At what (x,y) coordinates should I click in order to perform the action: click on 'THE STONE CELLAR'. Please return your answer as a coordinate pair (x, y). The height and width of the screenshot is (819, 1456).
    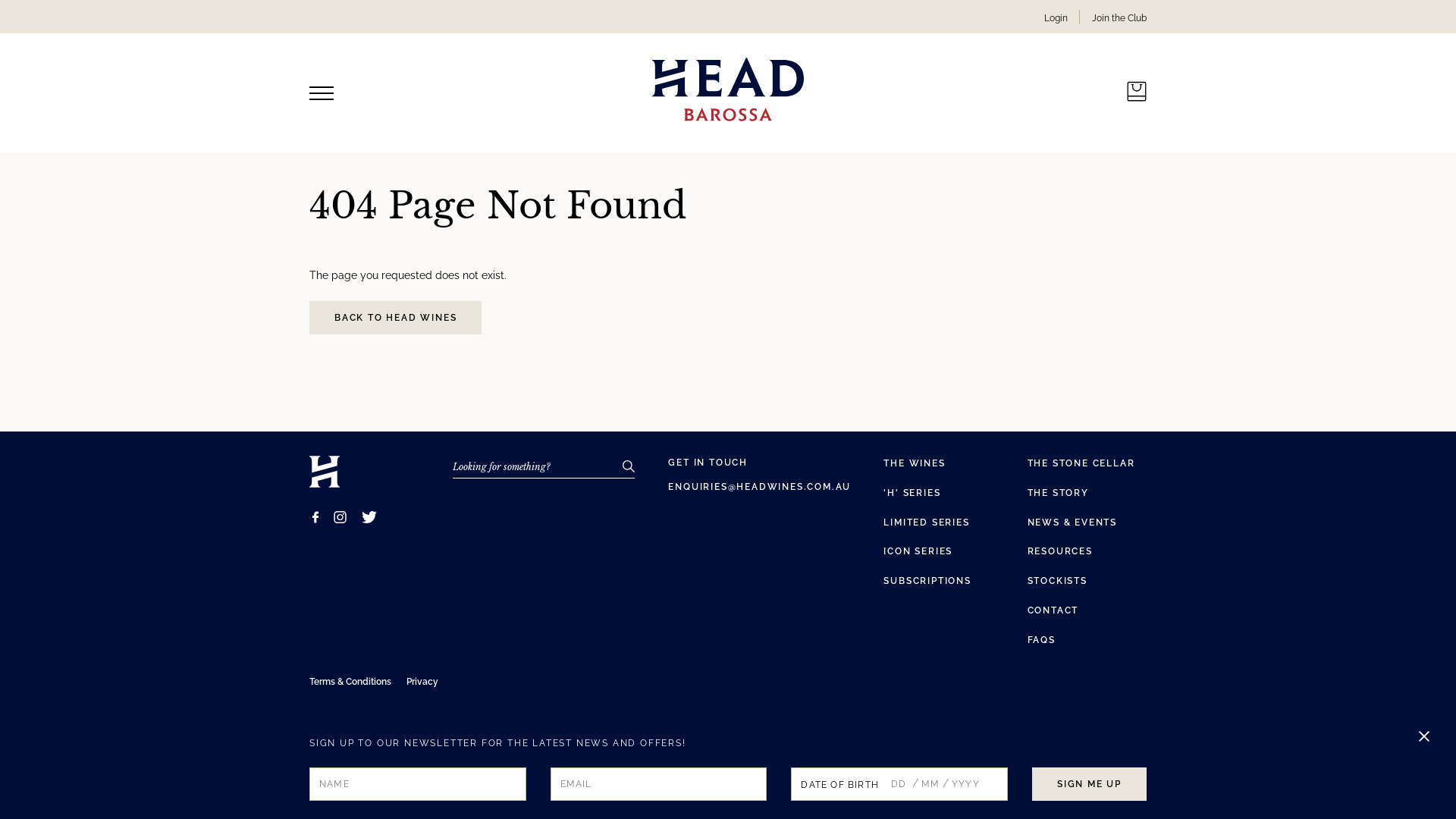
    Looking at the image, I should click on (1080, 462).